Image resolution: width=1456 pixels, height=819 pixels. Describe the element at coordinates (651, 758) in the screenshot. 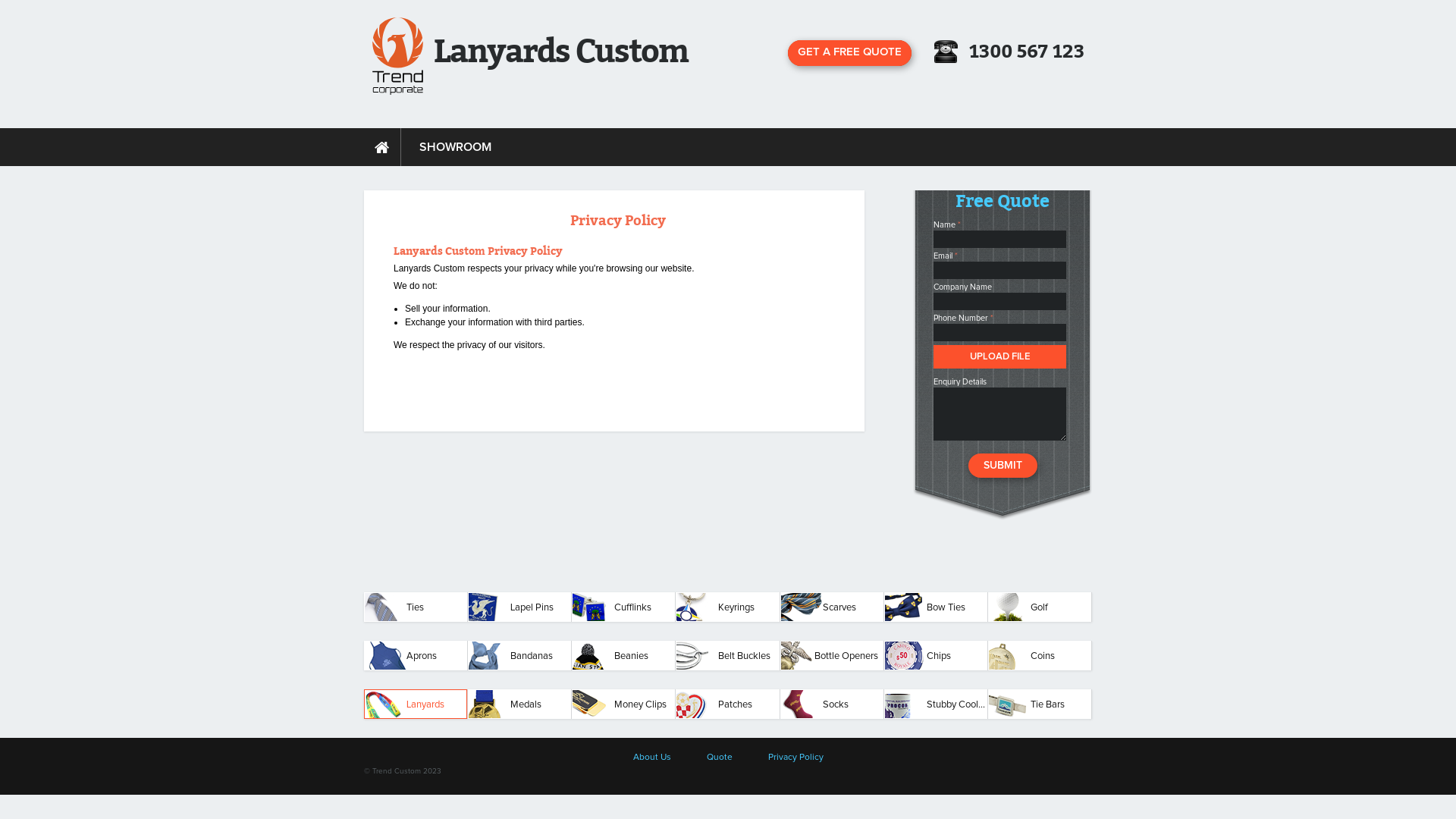

I see `'About Us'` at that location.